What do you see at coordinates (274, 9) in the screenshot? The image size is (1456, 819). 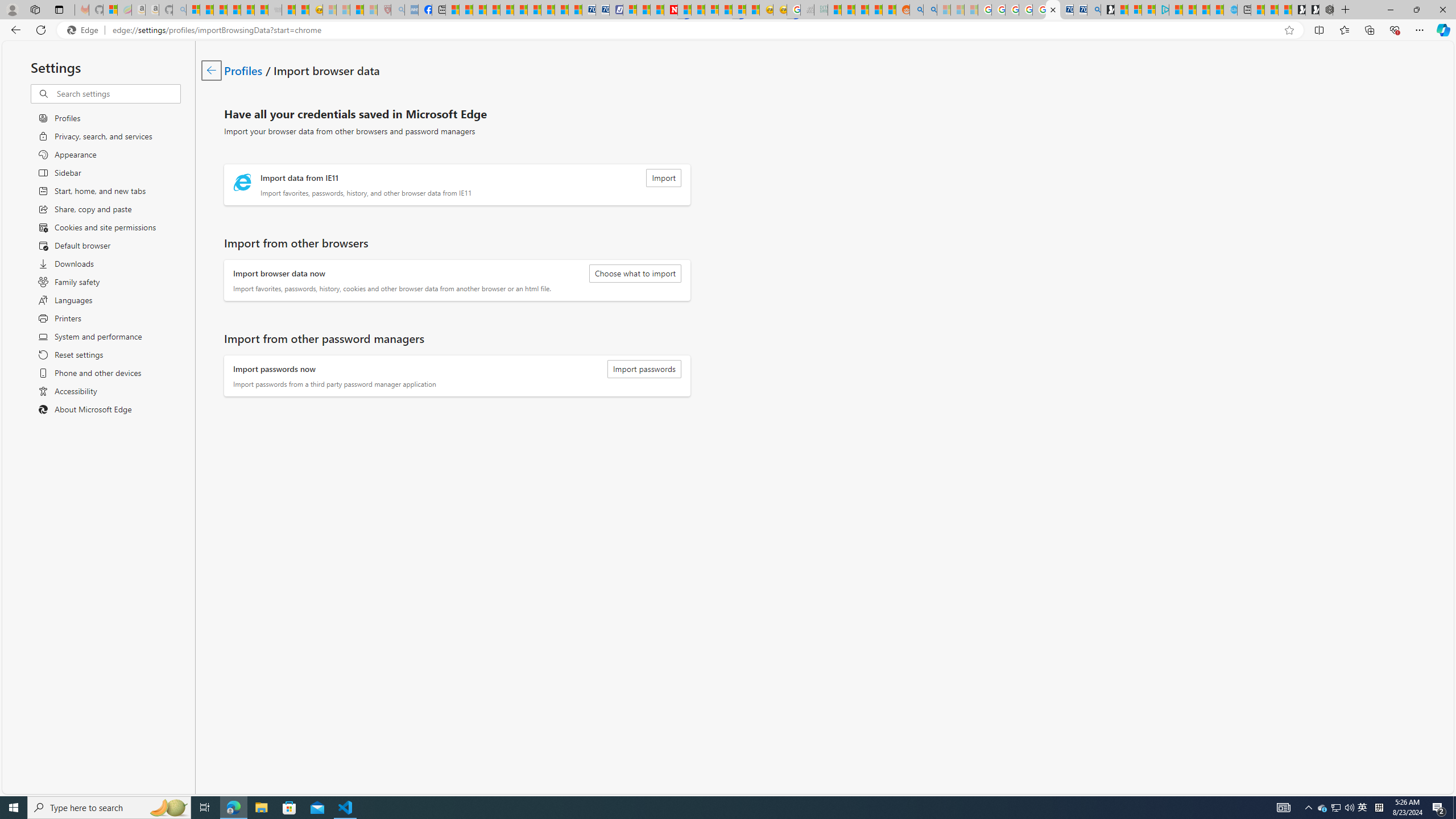 I see `'Combat Siege - Sleeping'` at bounding box center [274, 9].